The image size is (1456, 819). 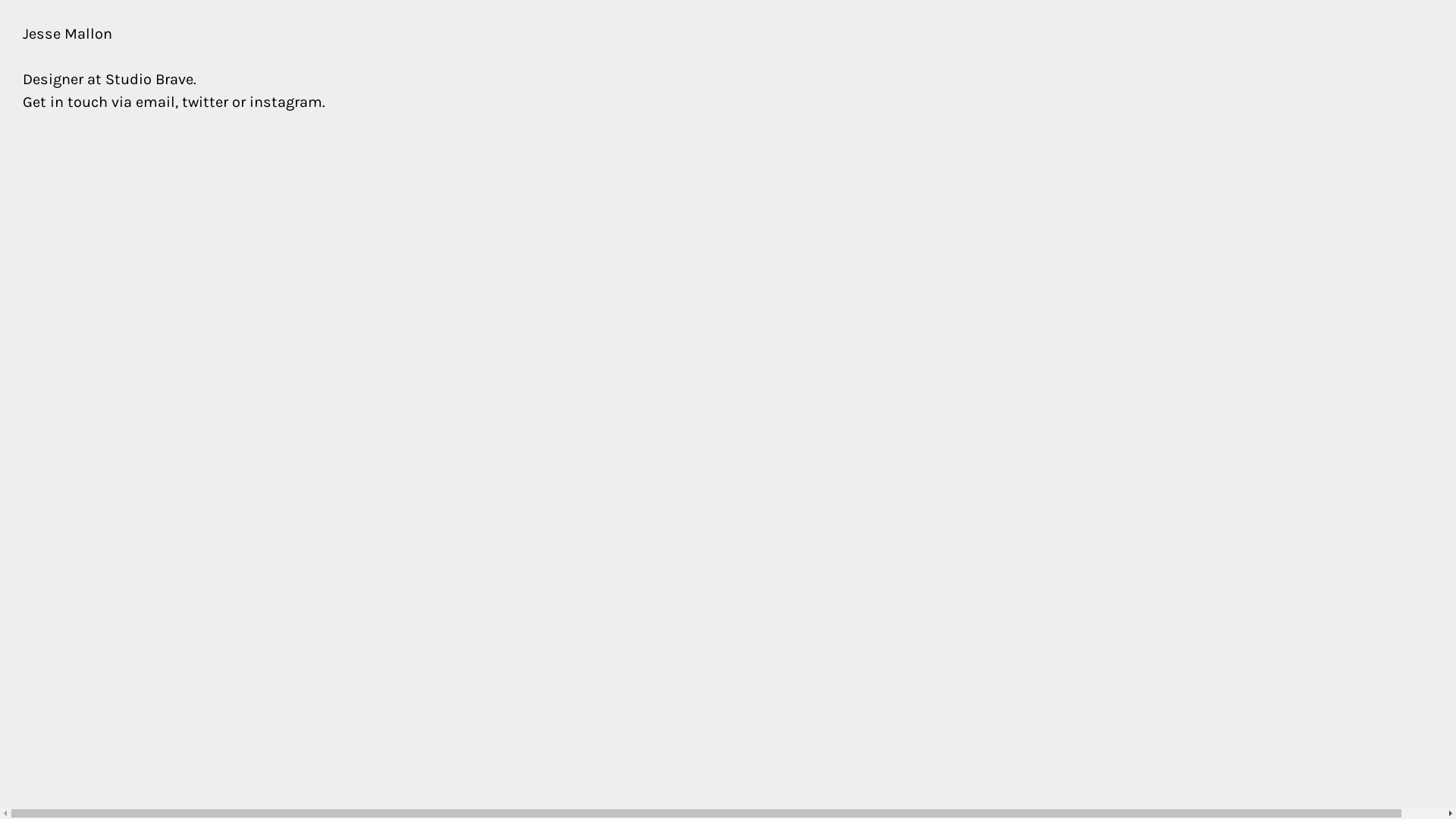 I want to click on 'instagram', so click(x=286, y=102).